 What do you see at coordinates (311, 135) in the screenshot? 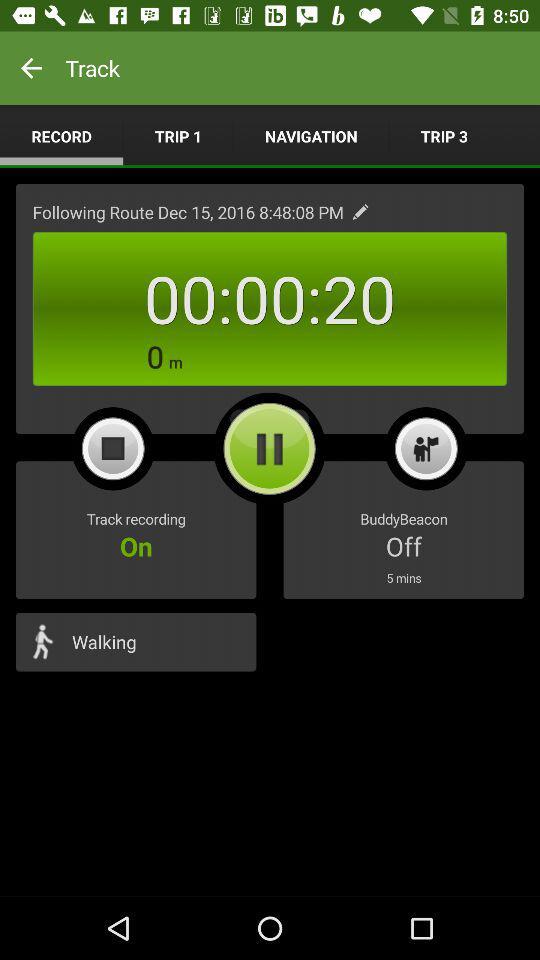
I see `the item to the right of trip 1 item` at bounding box center [311, 135].